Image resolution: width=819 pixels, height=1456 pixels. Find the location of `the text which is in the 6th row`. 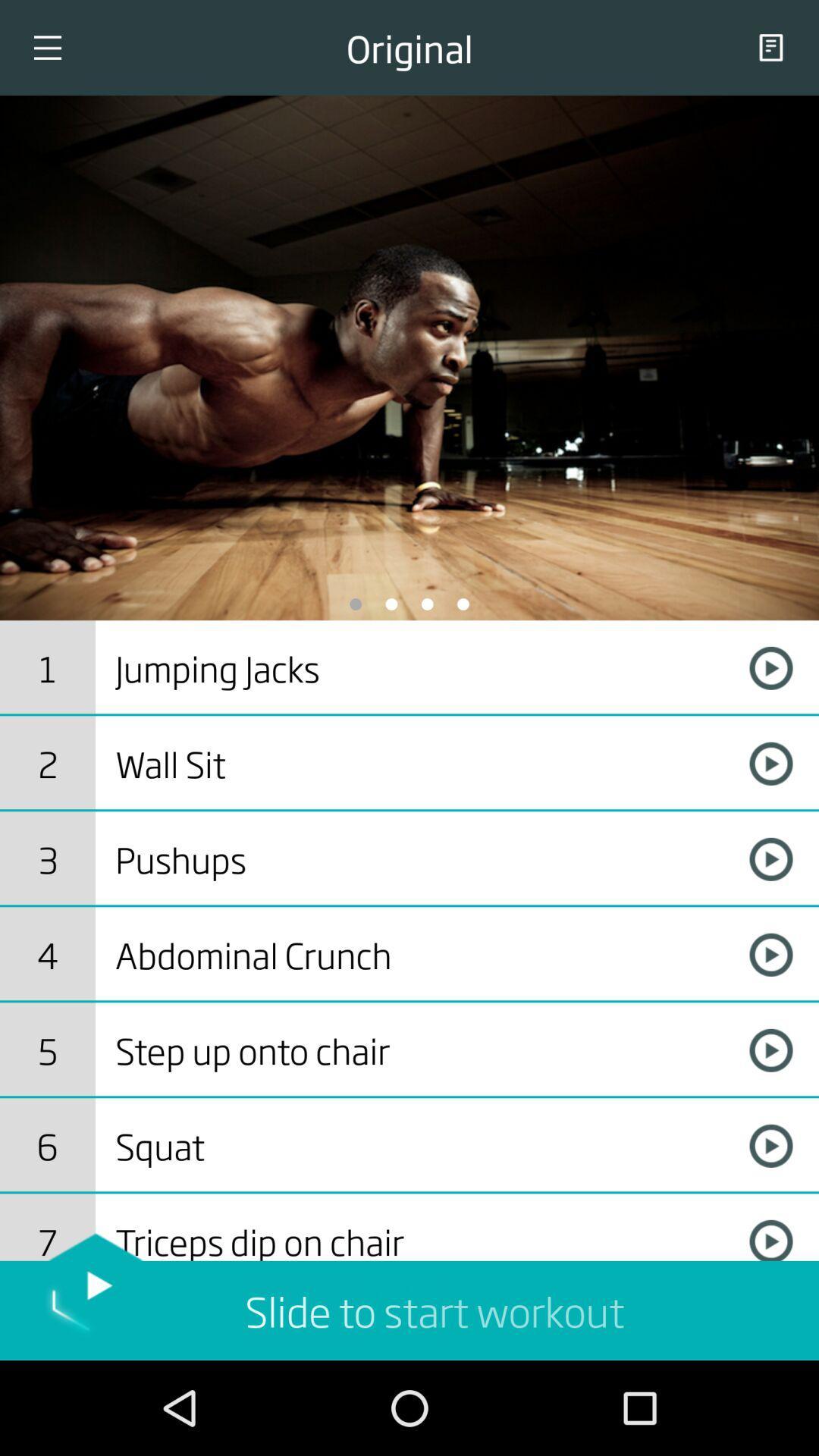

the text which is in the 6th row is located at coordinates (419, 1146).